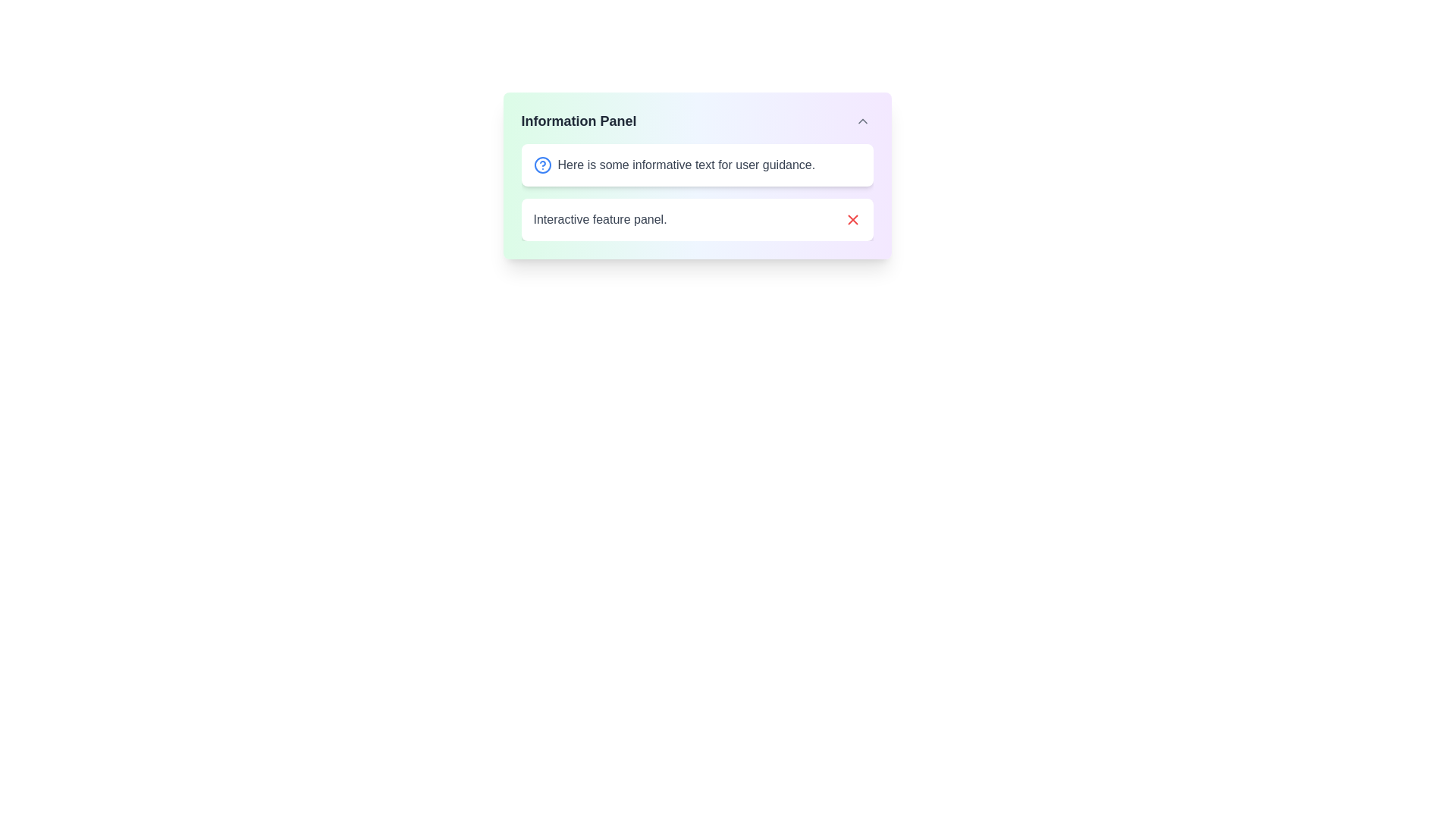 This screenshot has width=1456, height=819. What do you see at coordinates (862, 120) in the screenshot?
I see `the upward-pointing arrow icon in the top-right corner of the 'Information Panel'` at bounding box center [862, 120].